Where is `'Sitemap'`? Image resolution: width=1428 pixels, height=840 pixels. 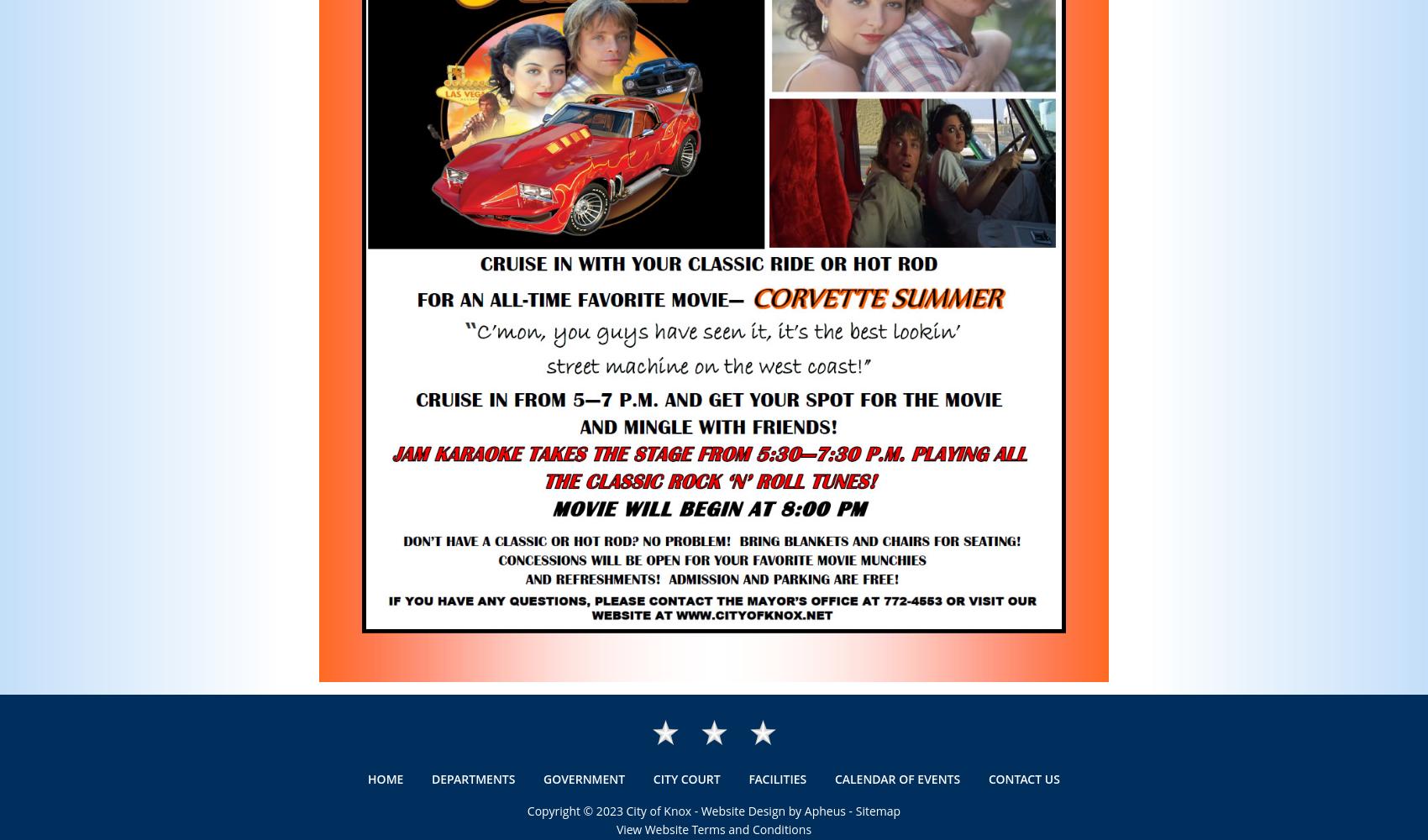
'Sitemap' is located at coordinates (853, 810).